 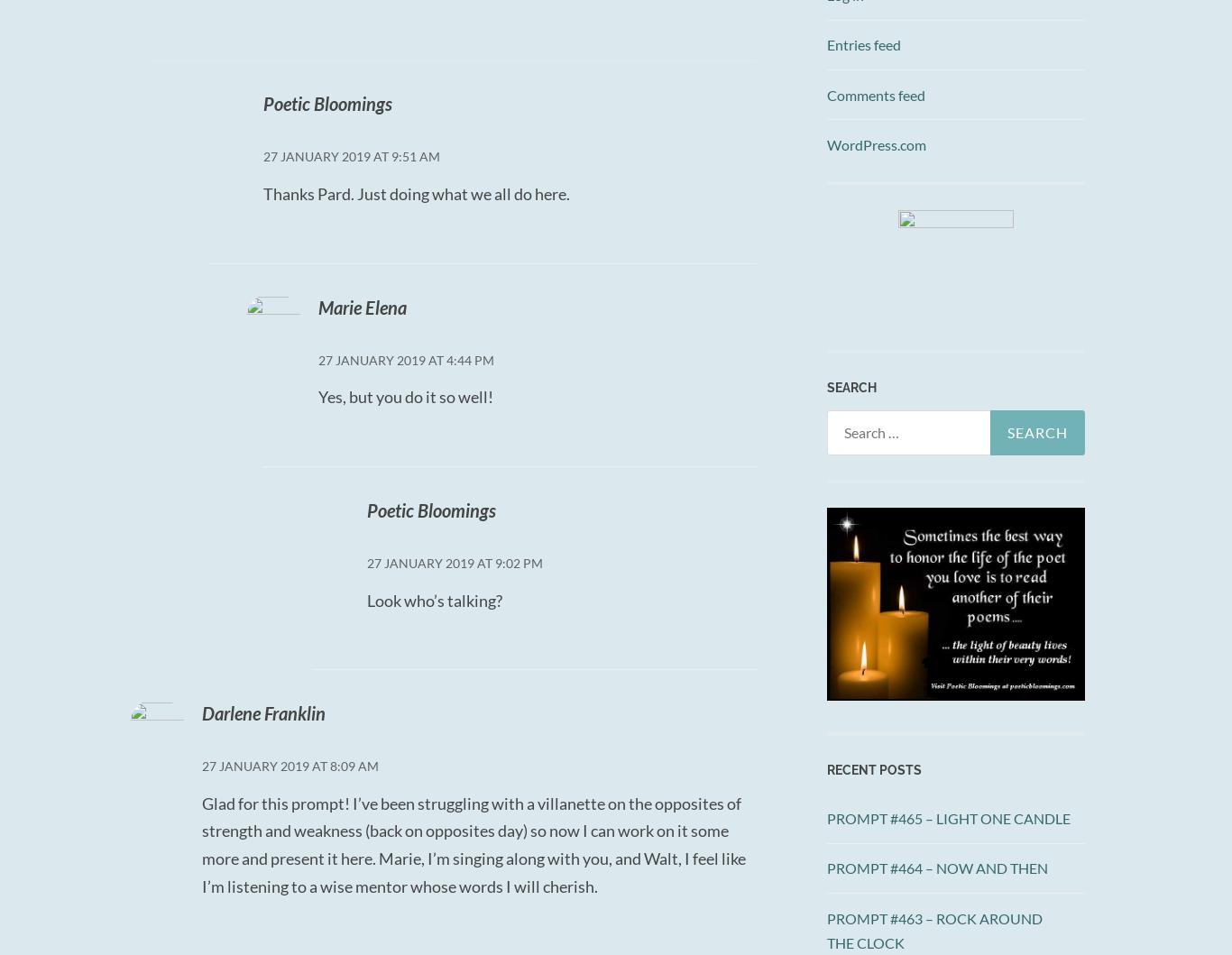 I want to click on 'Glad for this prompt!  I’ve been struggling with a villanette on the opposites of strength and weakness (back on opposites day) so now I can work on it some more and present it here.  Marie, I’m singing along with you, and Walt, I feel like I’m listening to a wise mentor whose words I will cherish.', so click(x=201, y=844).